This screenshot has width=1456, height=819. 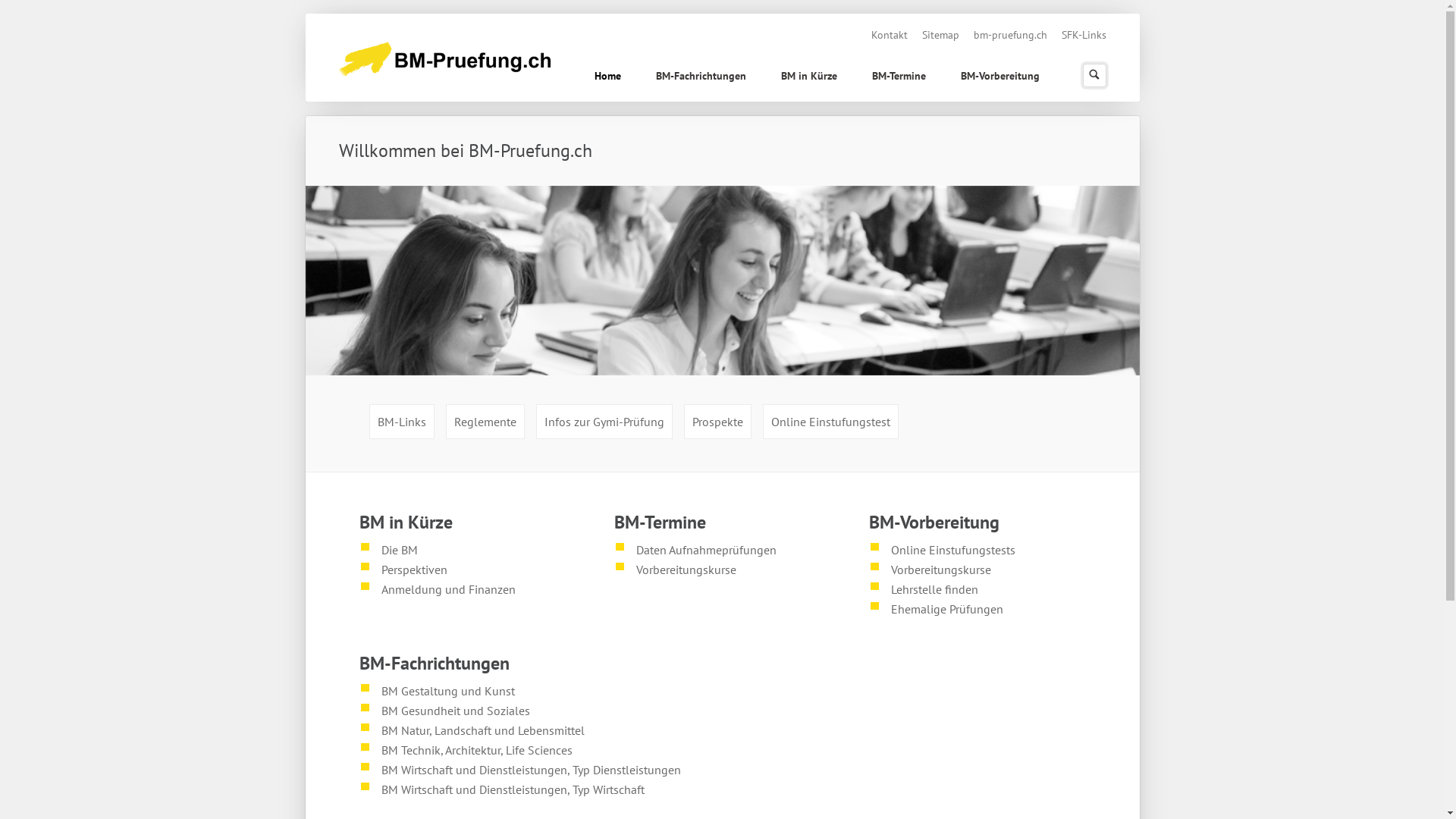 I want to click on 'Home', so click(x=607, y=77).